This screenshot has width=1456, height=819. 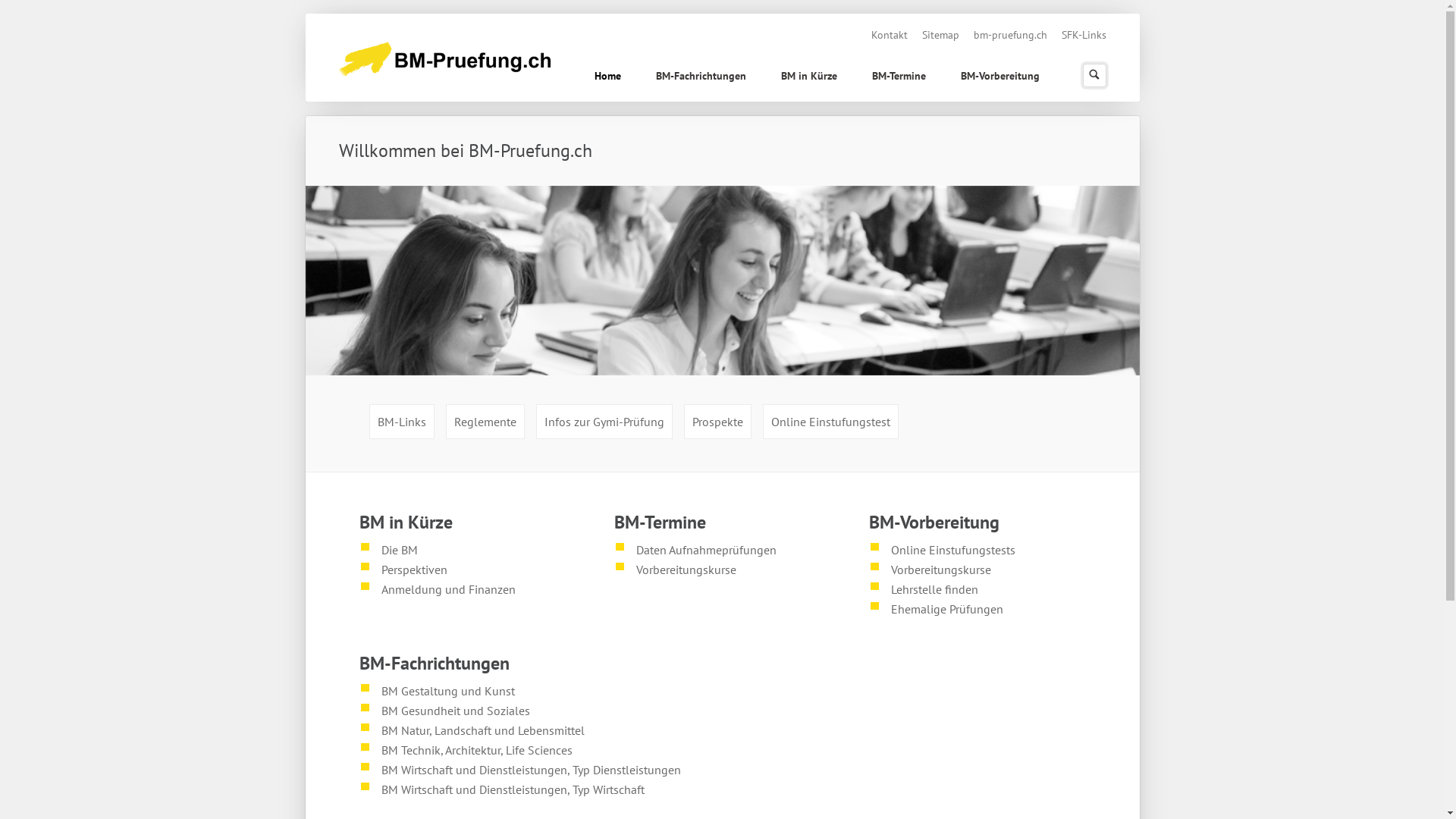 I want to click on 'Home', so click(x=607, y=77).